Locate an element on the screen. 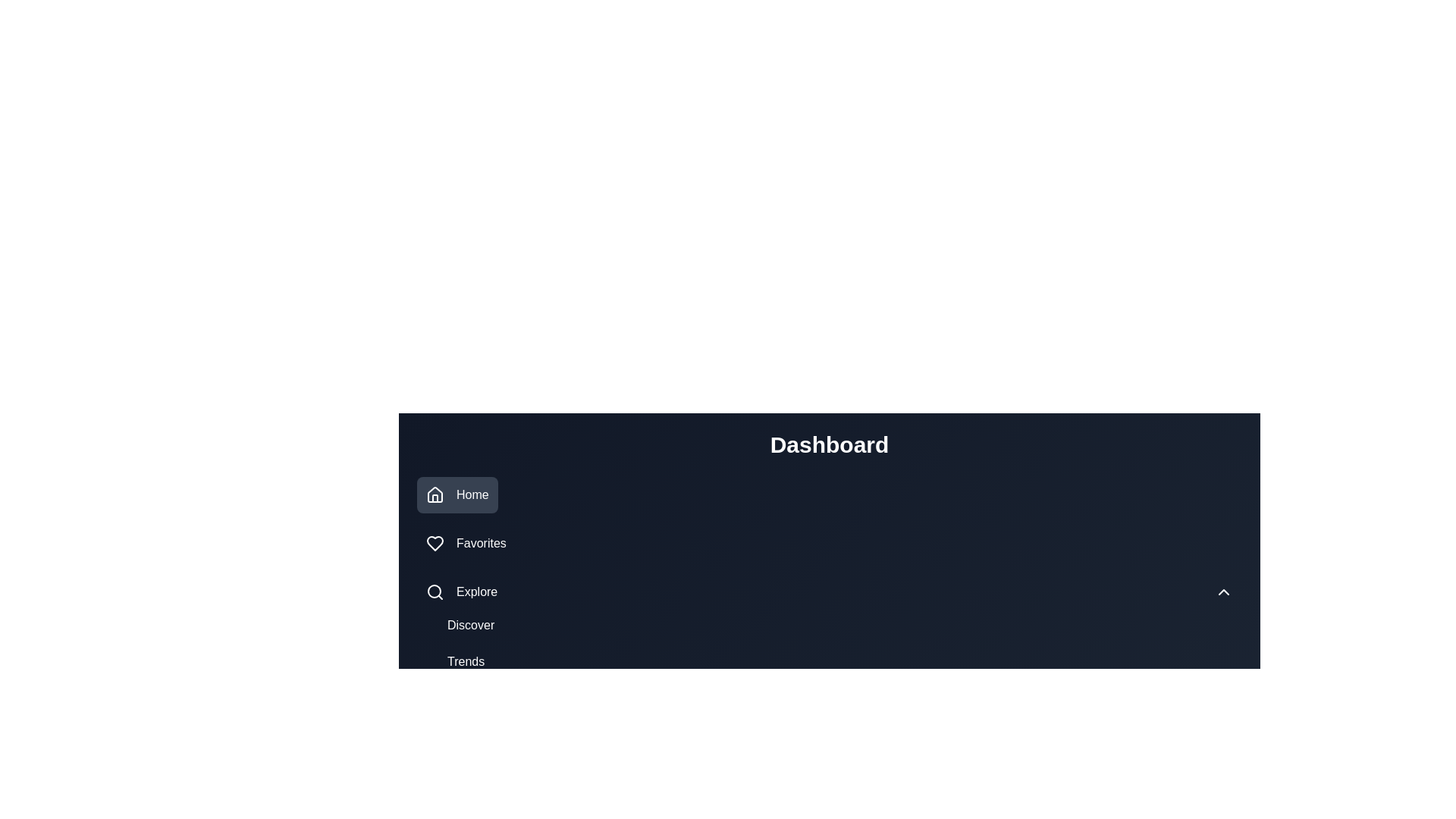 The height and width of the screenshot is (819, 1456). the 'Explore' text label in the vertical navigation menu, which is styled in white on a dark background and is part of a search button group with a magnifying glass icon to its left is located at coordinates (476, 591).